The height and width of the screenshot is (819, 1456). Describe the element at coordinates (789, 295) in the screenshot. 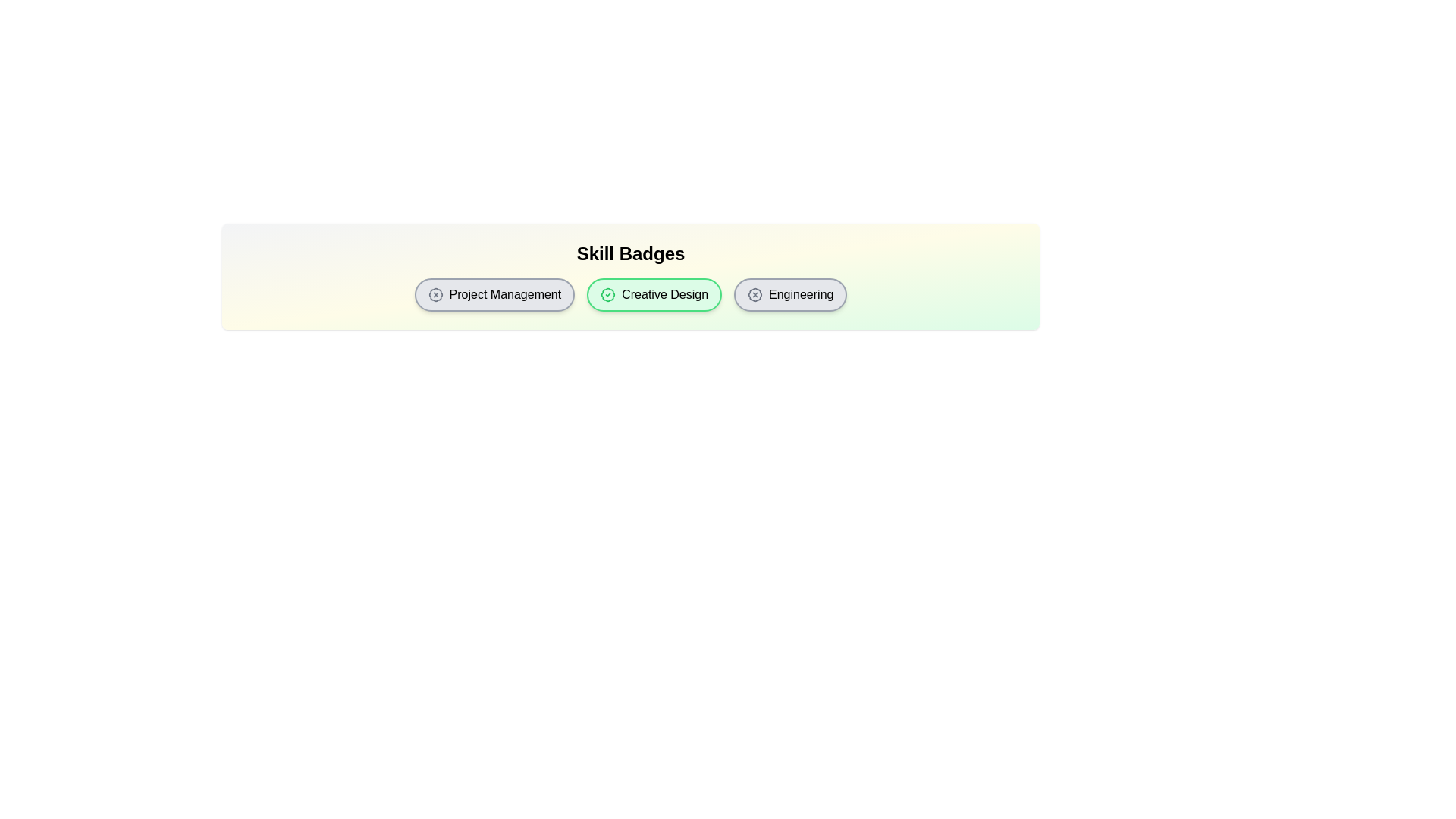

I see `the skill badge labeled Engineering` at that location.